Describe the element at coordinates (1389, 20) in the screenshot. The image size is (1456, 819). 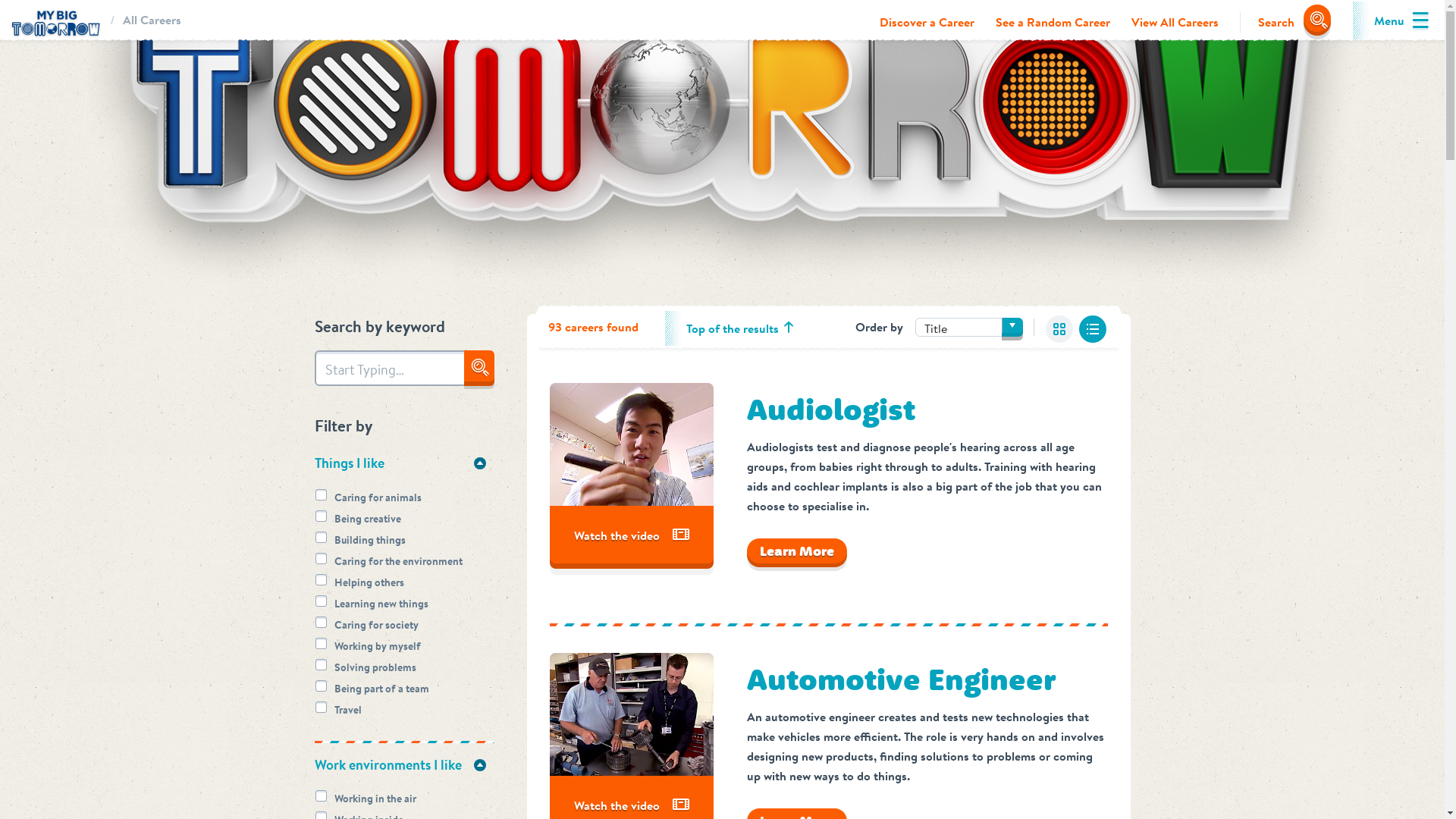
I see `'Menu'` at that location.